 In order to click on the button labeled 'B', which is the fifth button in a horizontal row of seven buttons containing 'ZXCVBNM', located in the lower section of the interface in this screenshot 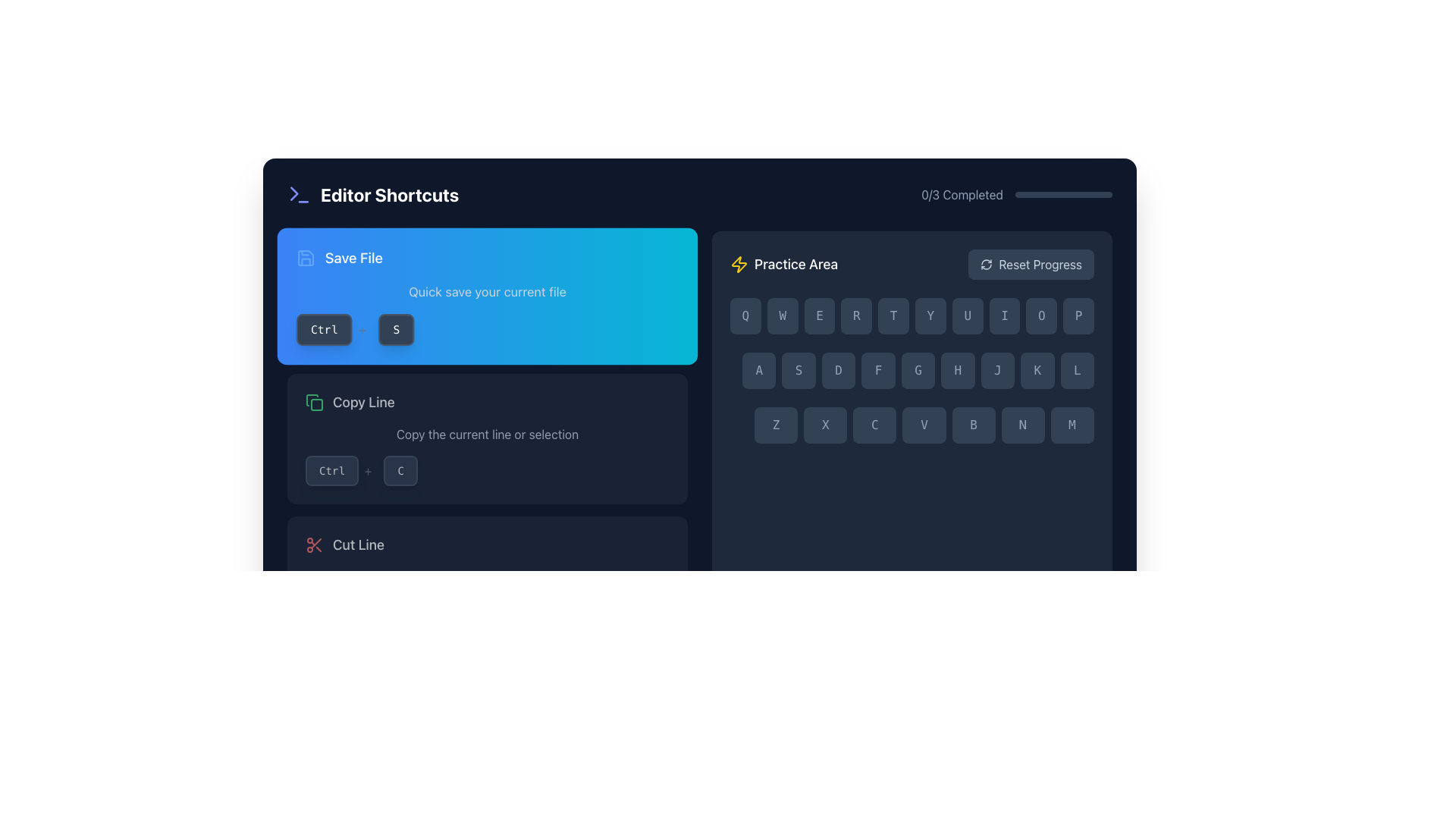, I will do `click(973, 425)`.